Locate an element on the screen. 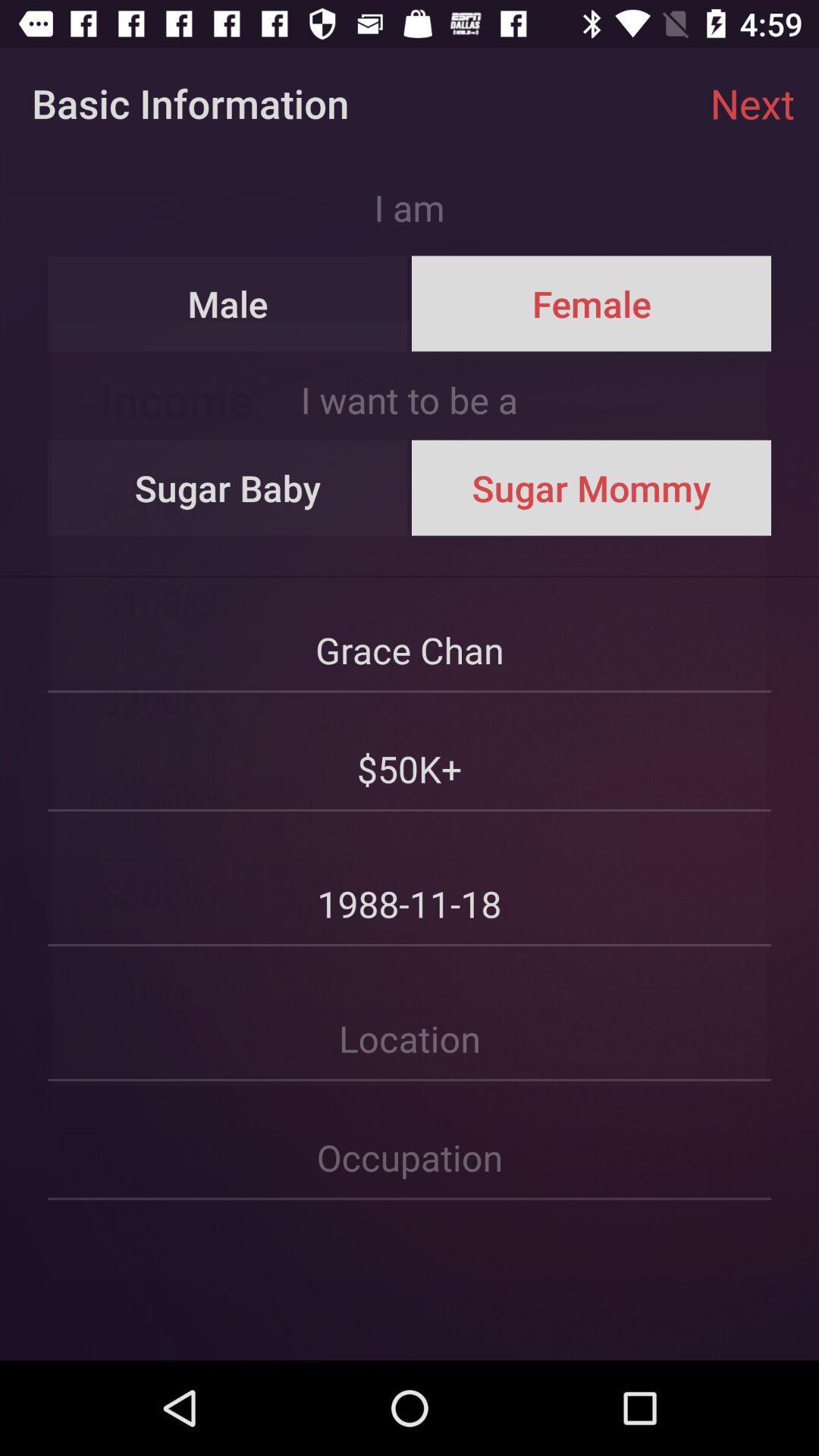 The image size is (819, 1456). $50k+ icon is located at coordinates (409, 753).